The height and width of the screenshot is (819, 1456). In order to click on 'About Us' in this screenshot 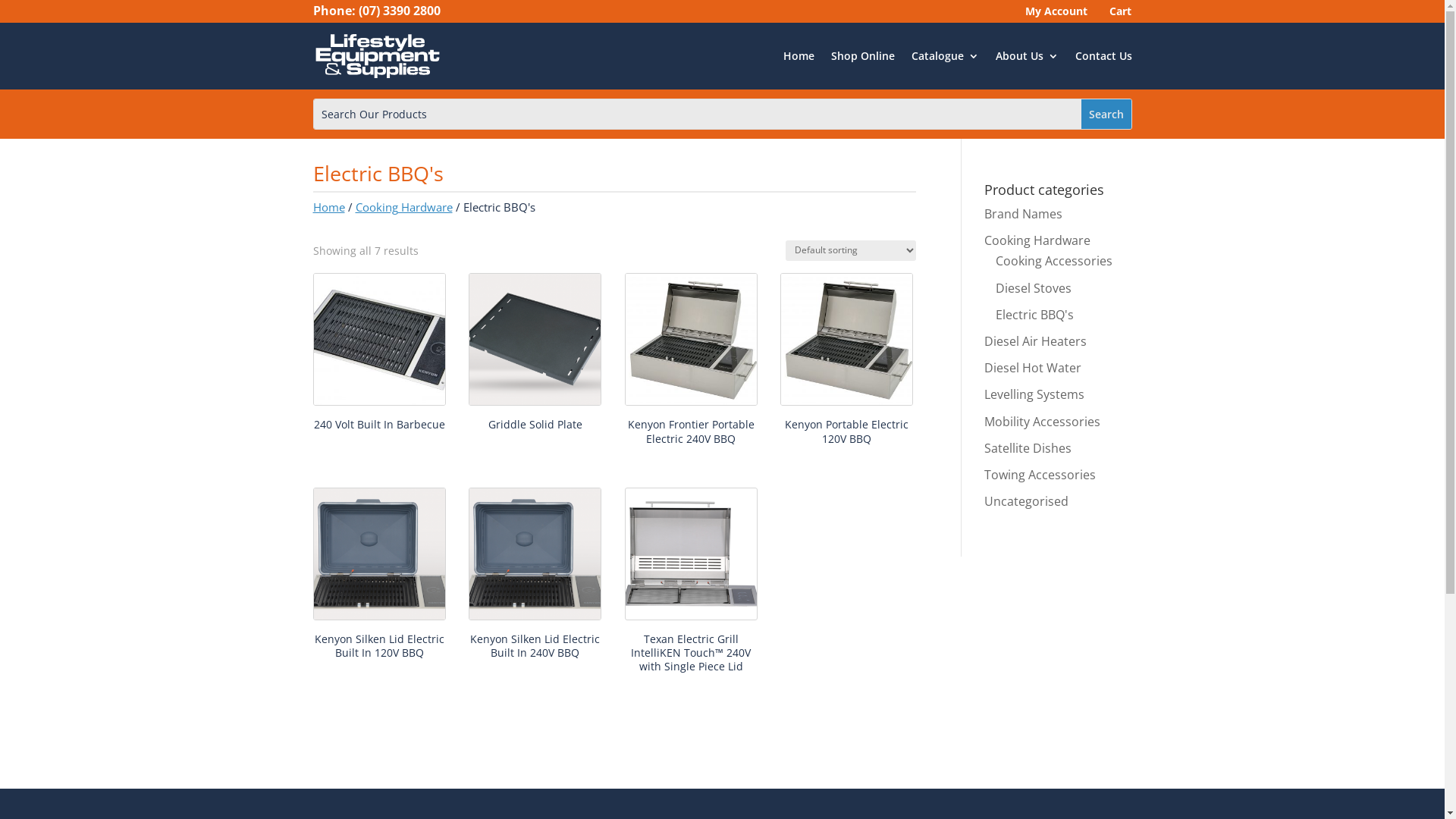, I will do `click(1026, 55)`.